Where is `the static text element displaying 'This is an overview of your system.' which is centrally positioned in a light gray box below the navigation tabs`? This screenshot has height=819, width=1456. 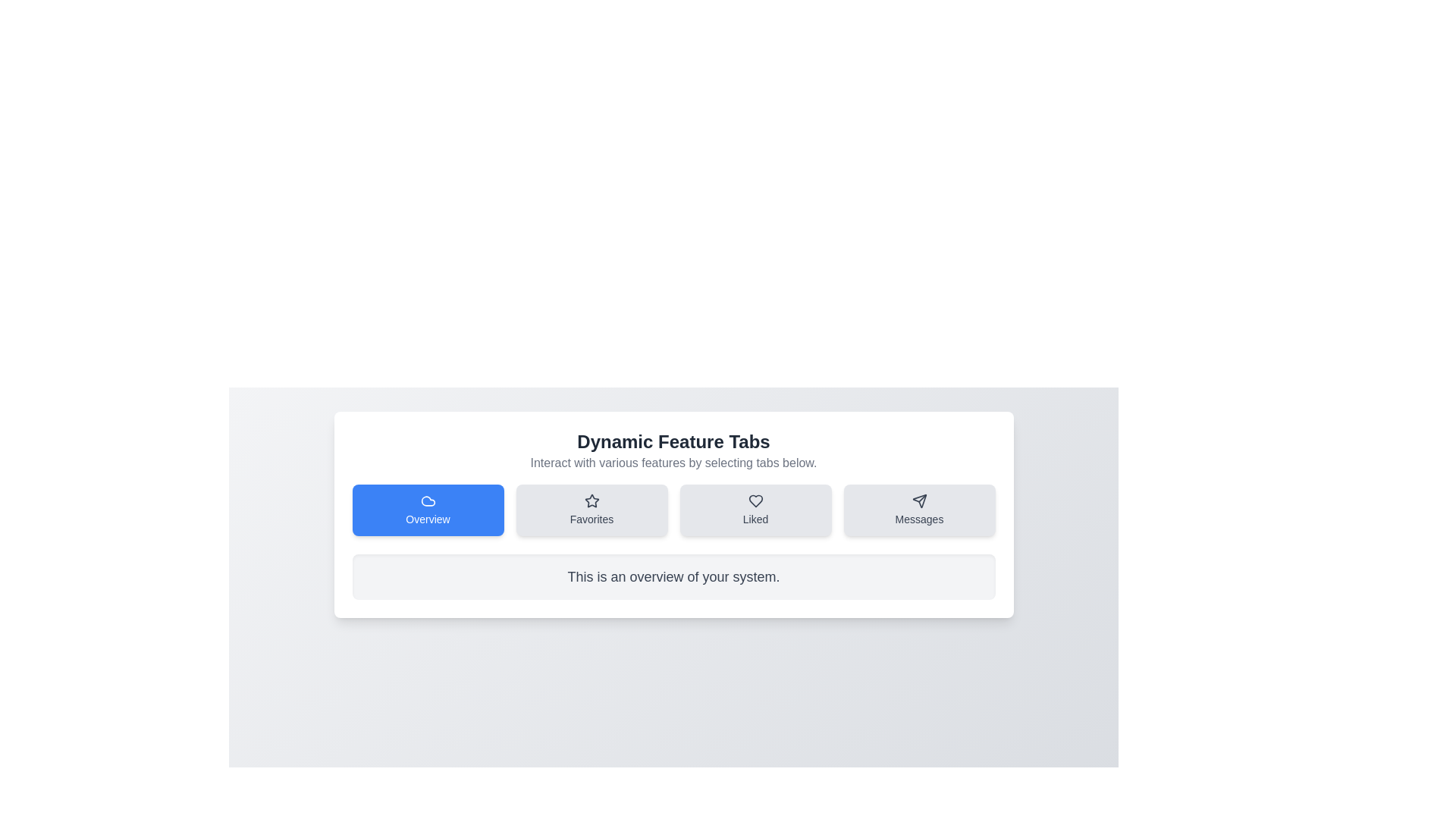 the static text element displaying 'This is an overview of your system.' which is centrally positioned in a light gray box below the navigation tabs is located at coordinates (673, 576).